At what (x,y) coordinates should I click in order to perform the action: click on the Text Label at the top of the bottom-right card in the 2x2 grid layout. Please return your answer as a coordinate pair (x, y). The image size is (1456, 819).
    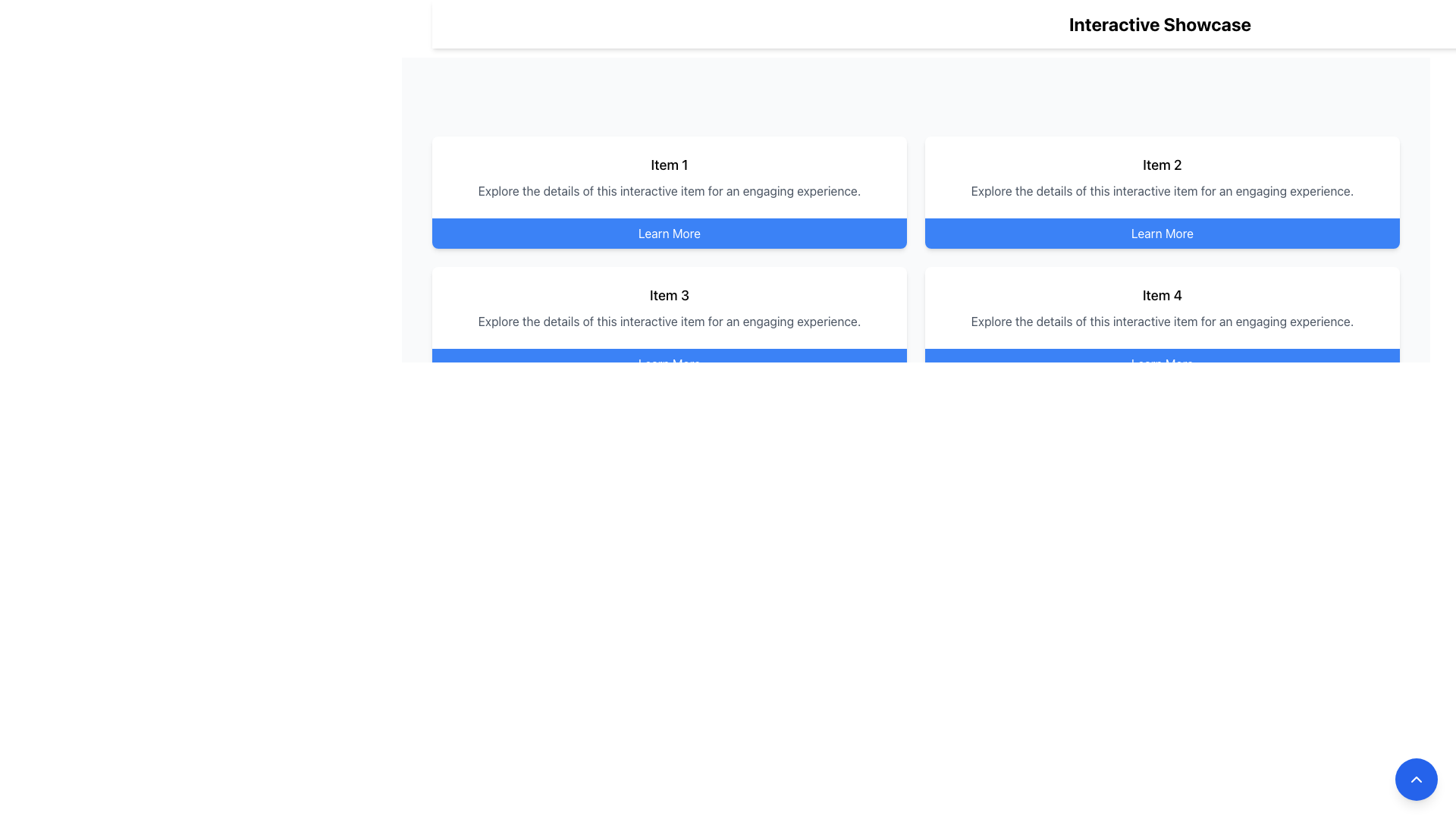
    Looking at the image, I should click on (1161, 295).